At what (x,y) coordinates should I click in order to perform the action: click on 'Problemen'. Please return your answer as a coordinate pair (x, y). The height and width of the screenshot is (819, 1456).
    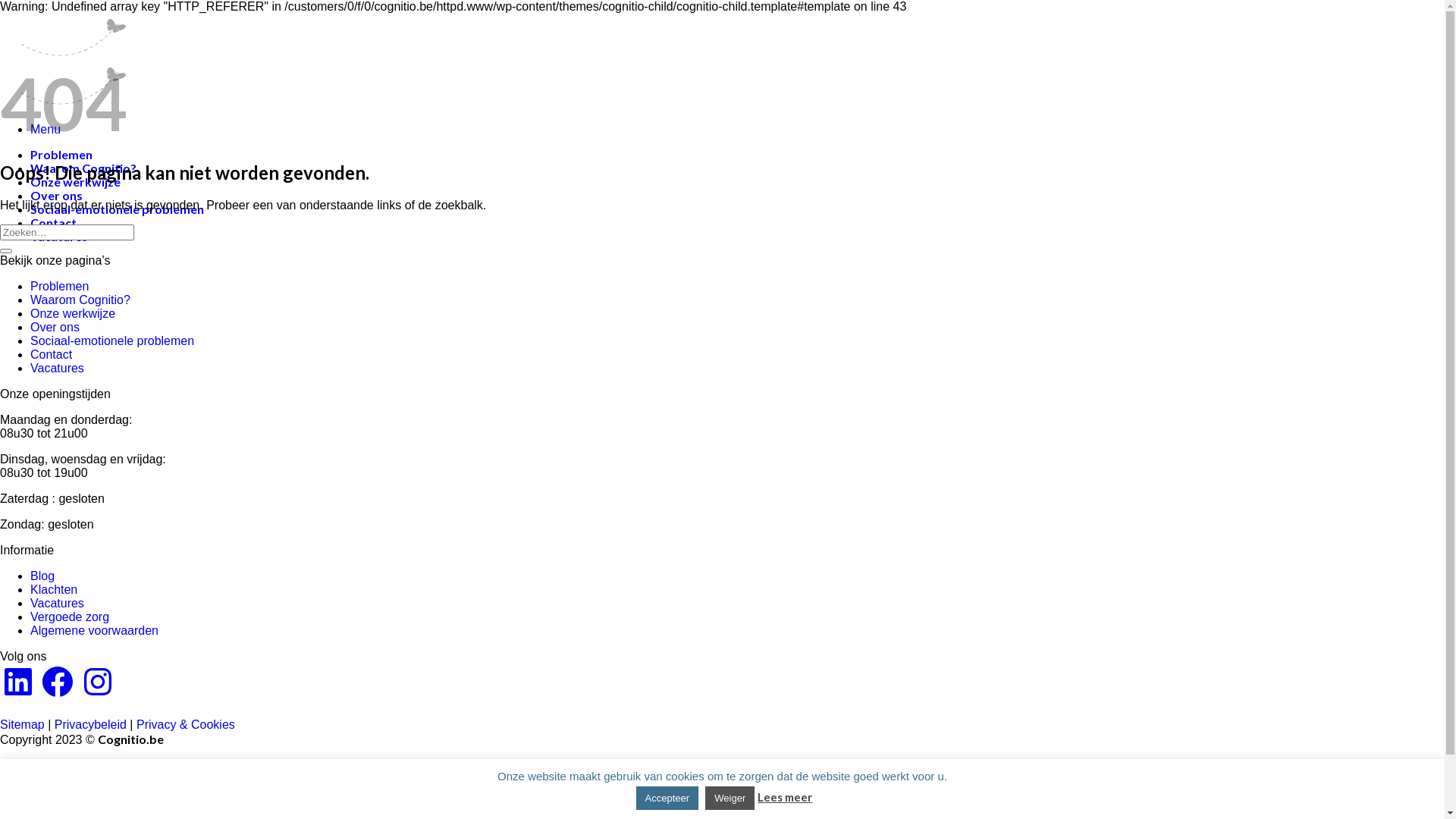
    Looking at the image, I should click on (59, 286).